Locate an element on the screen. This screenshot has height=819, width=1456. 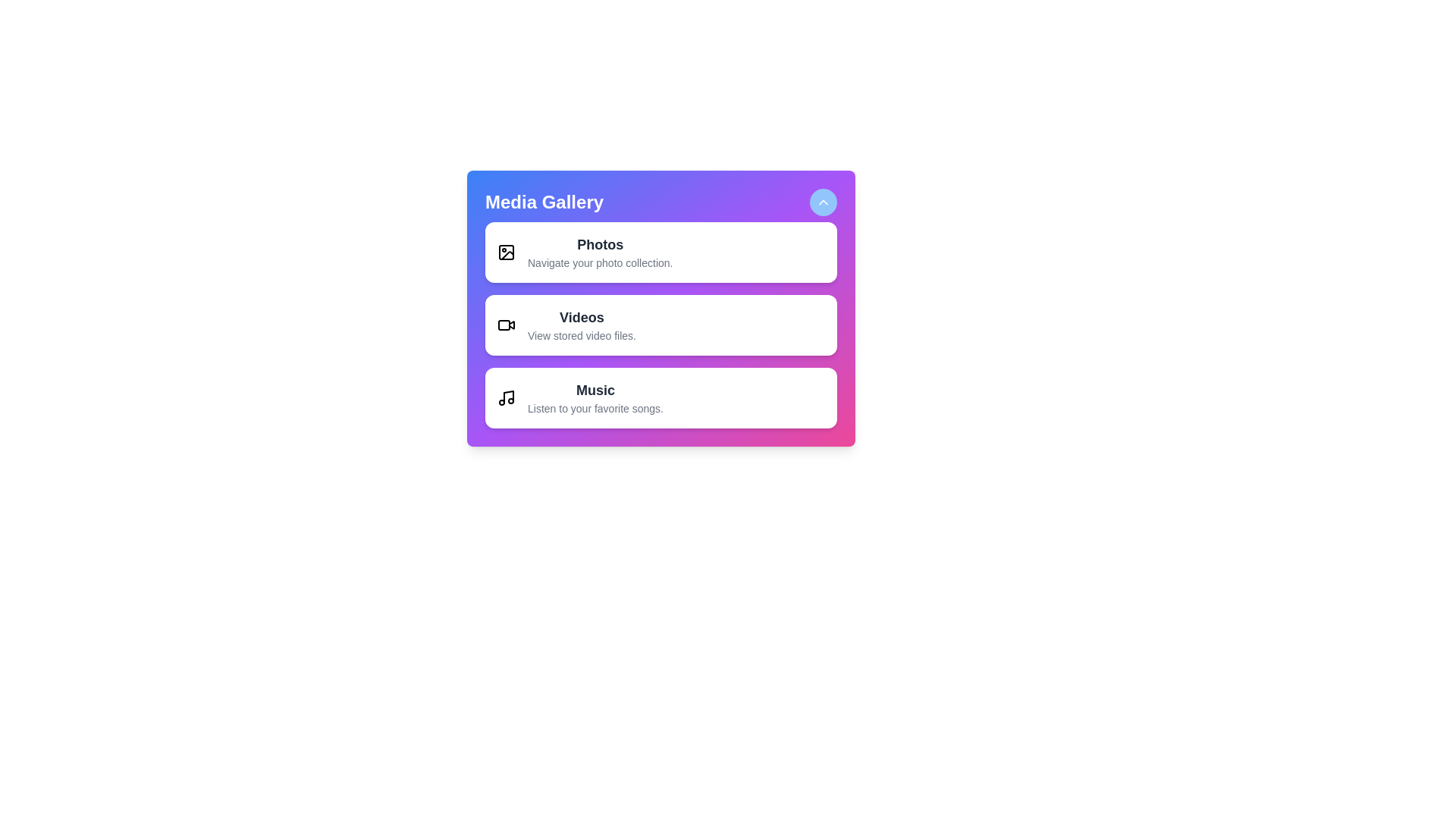
the media type Videos from the list is located at coordinates (661, 324).